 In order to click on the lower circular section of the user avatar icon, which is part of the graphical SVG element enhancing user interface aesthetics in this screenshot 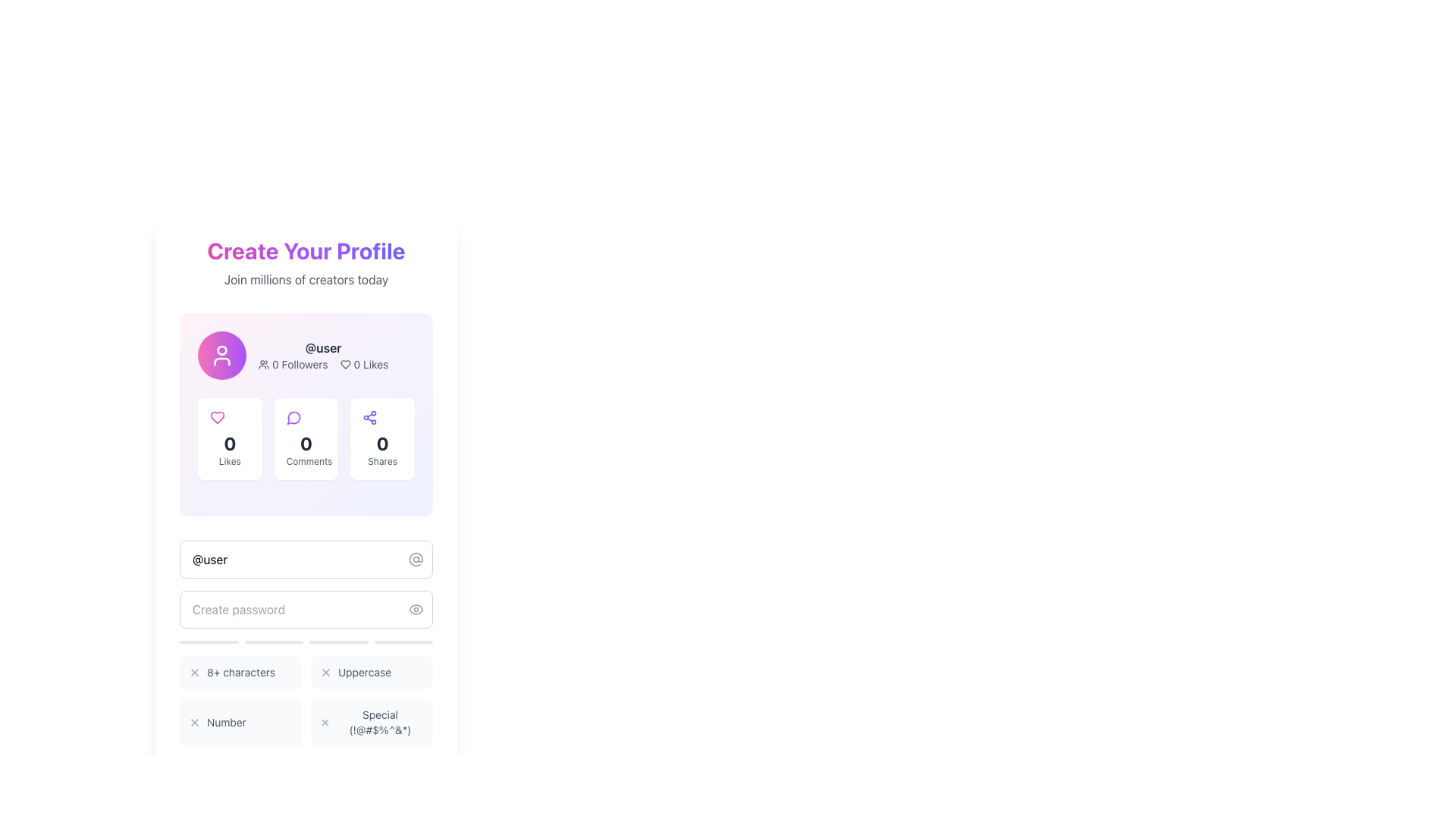, I will do `click(221, 362)`.